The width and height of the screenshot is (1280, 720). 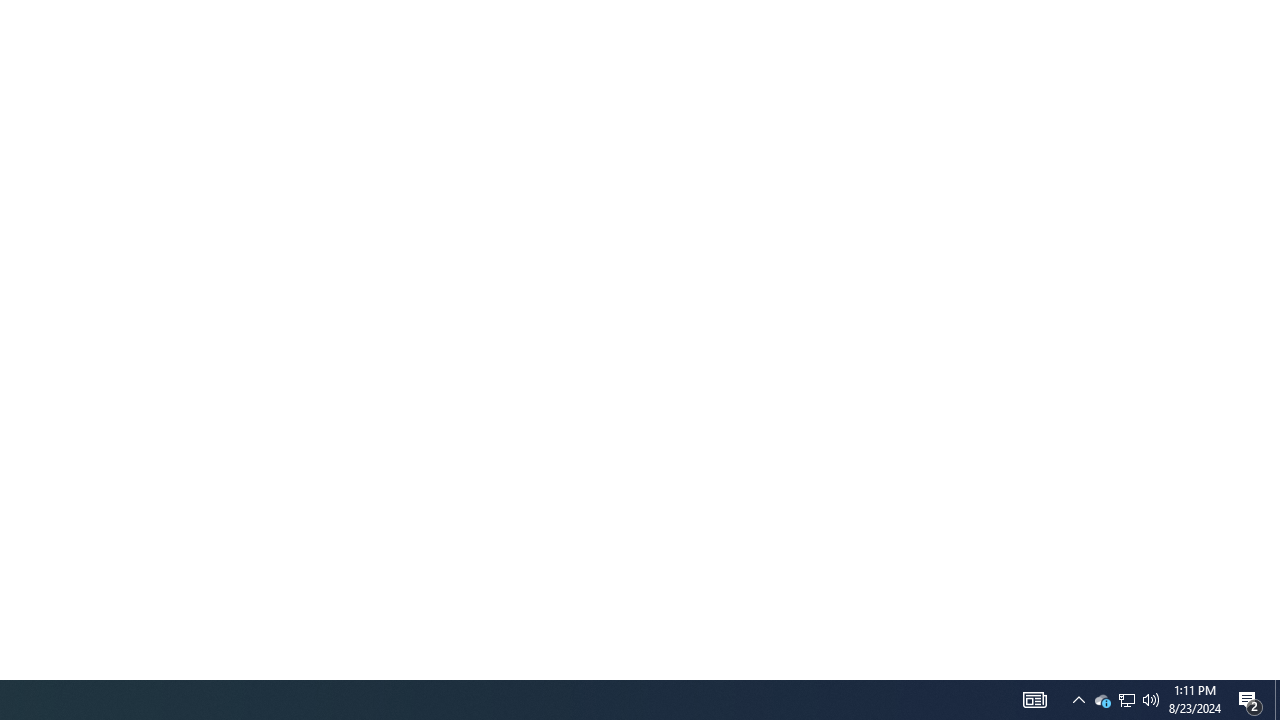 I want to click on 'Q2790: 100%', so click(x=1078, y=698).